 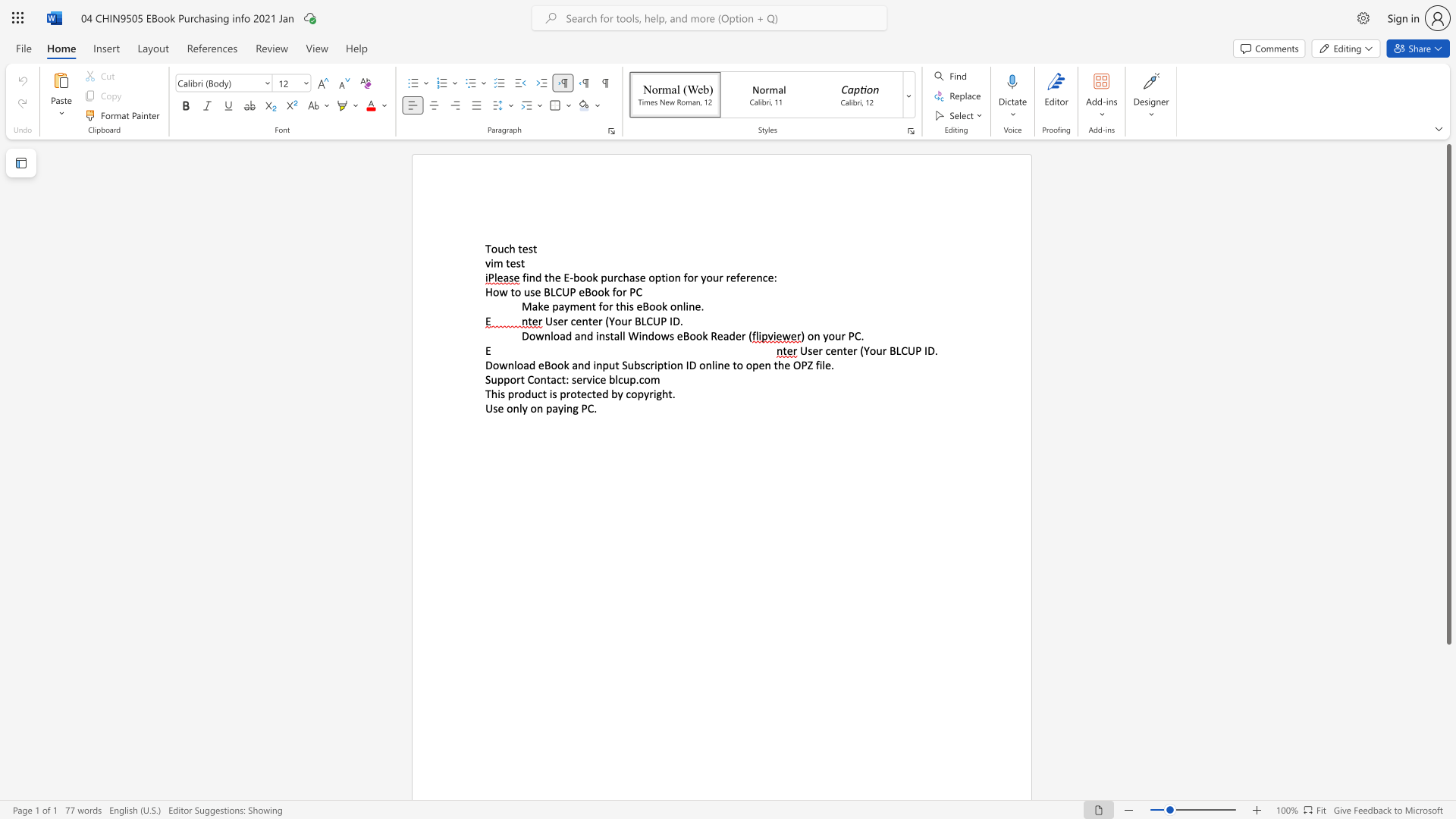 I want to click on the subset text "st" within the text "Touch test", so click(x=528, y=248).